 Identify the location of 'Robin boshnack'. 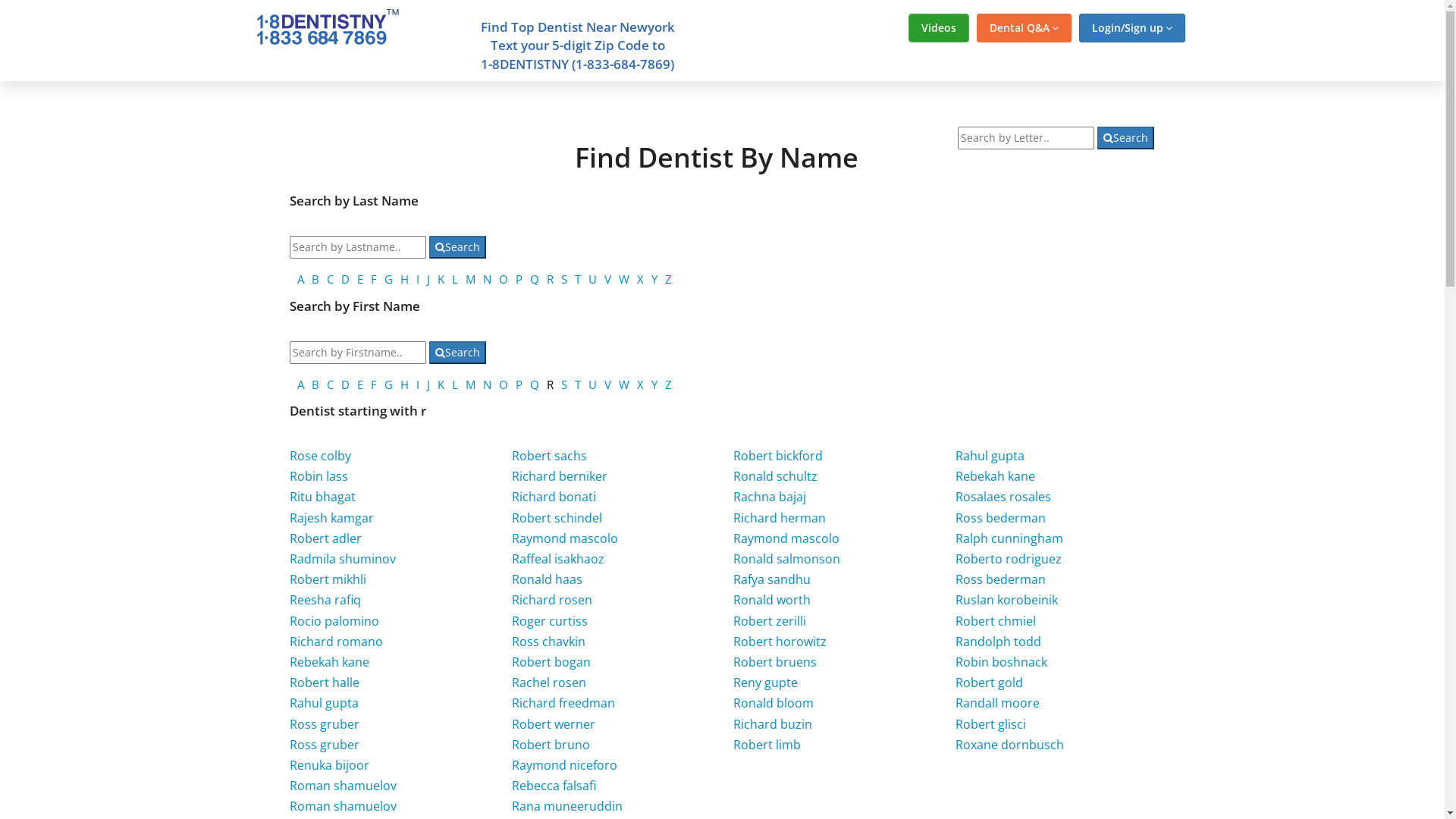
(1001, 661).